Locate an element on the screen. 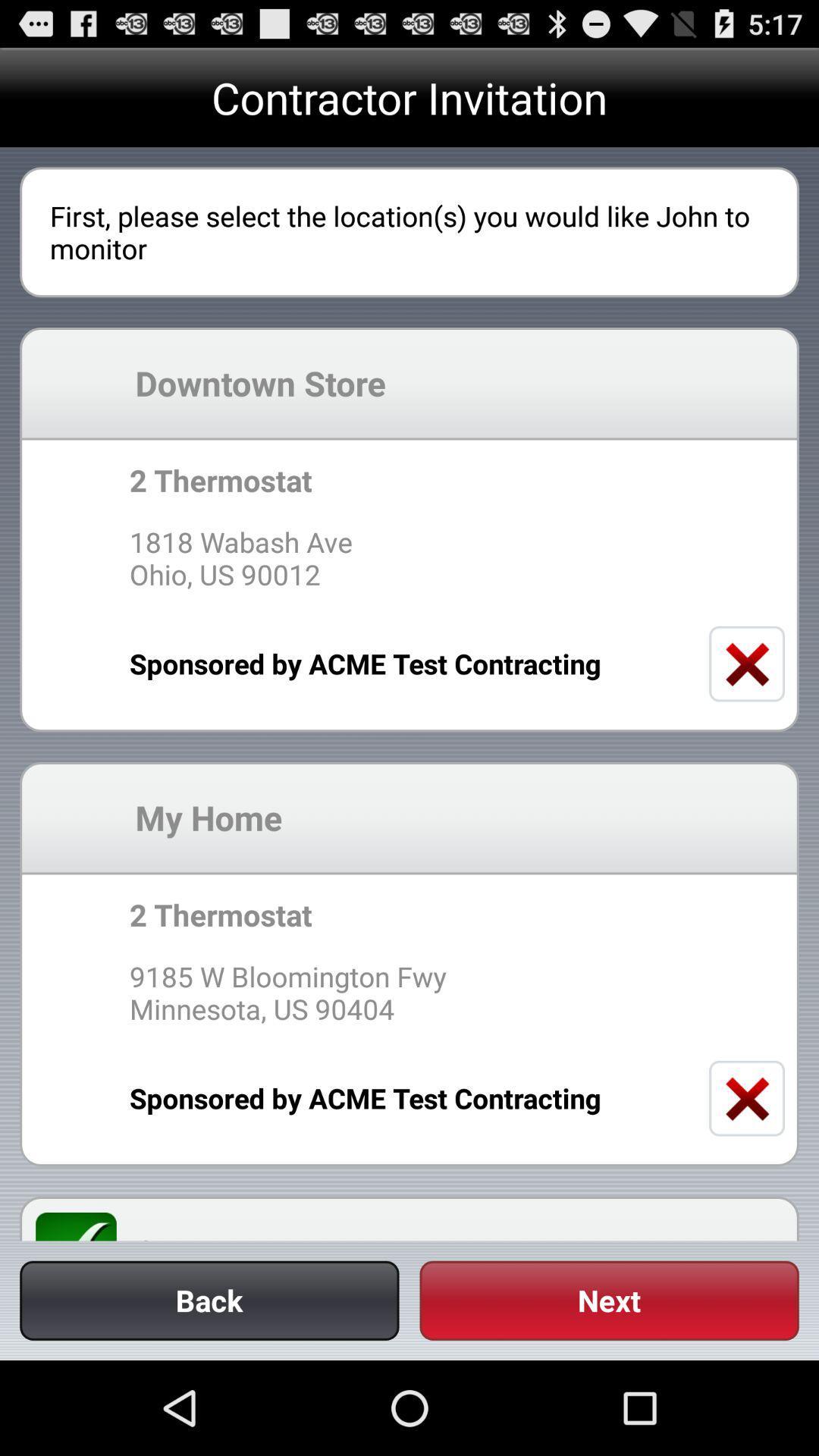 This screenshot has height=1456, width=819. 9185 w bloomington item is located at coordinates (409, 993).